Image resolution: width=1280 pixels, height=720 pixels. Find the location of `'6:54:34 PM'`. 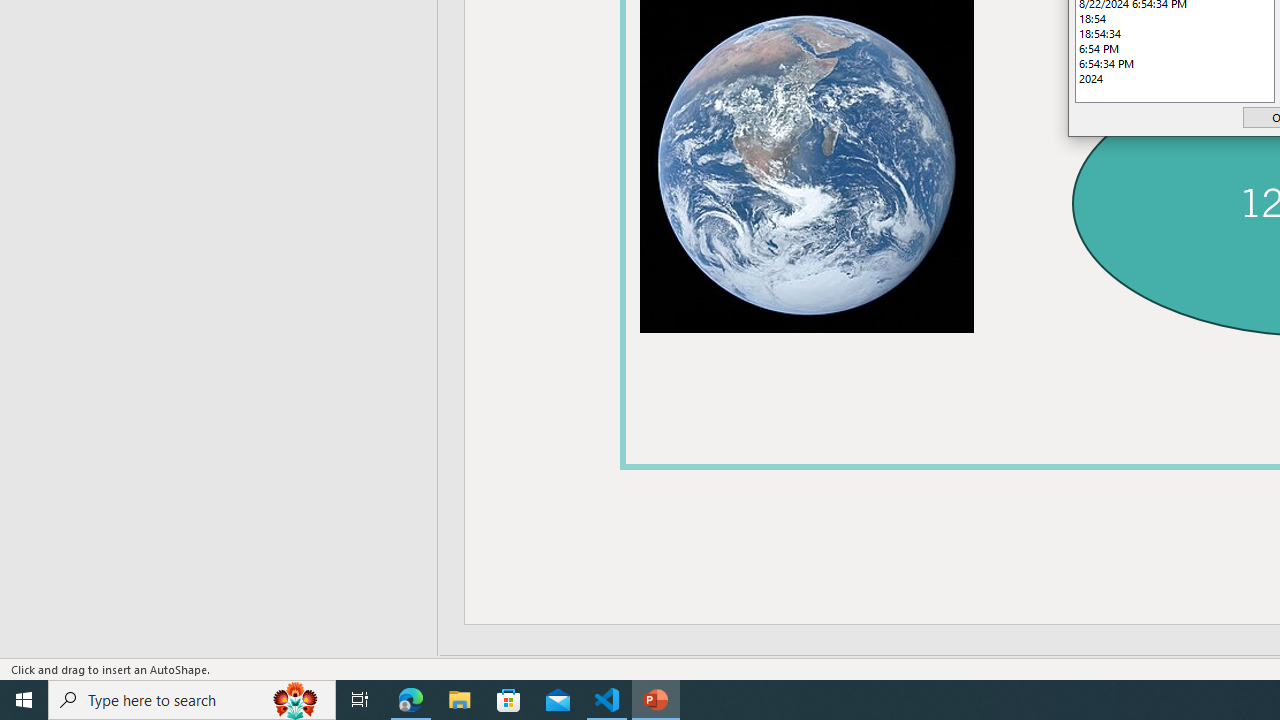

'6:54:34 PM' is located at coordinates (1175, 62).